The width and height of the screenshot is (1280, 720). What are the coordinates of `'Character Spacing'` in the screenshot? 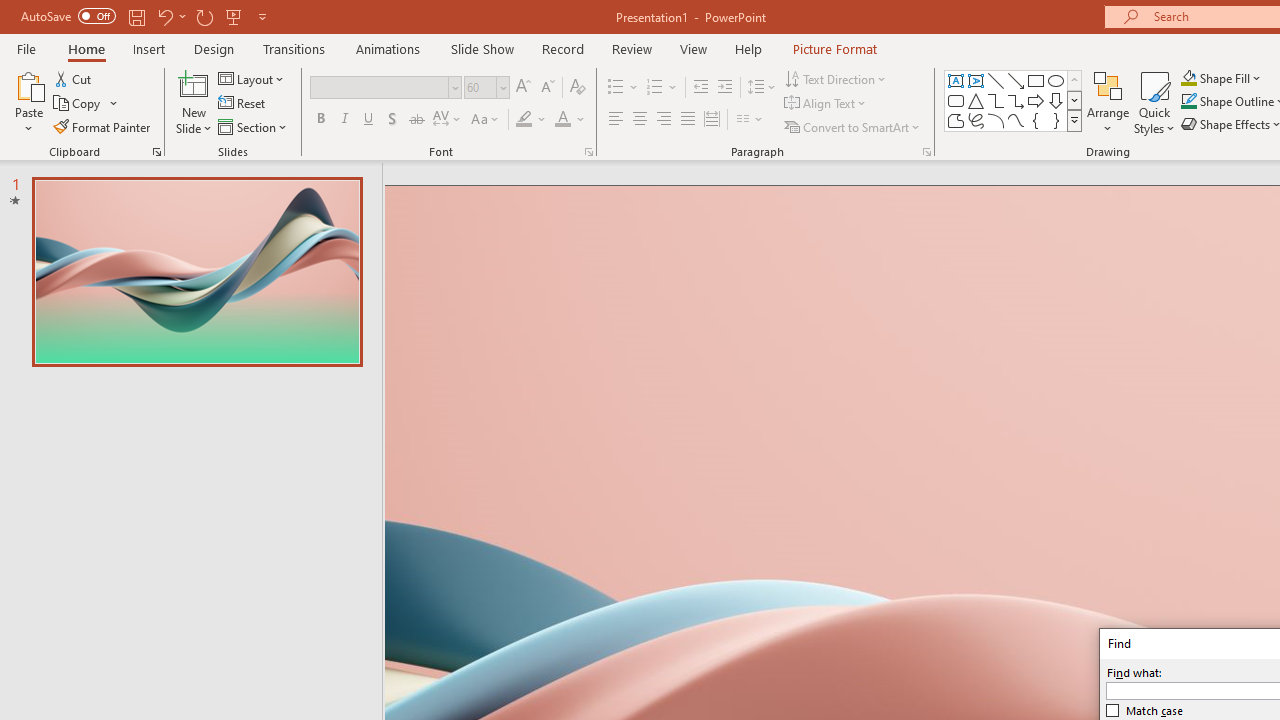 It's located at (447, 119).